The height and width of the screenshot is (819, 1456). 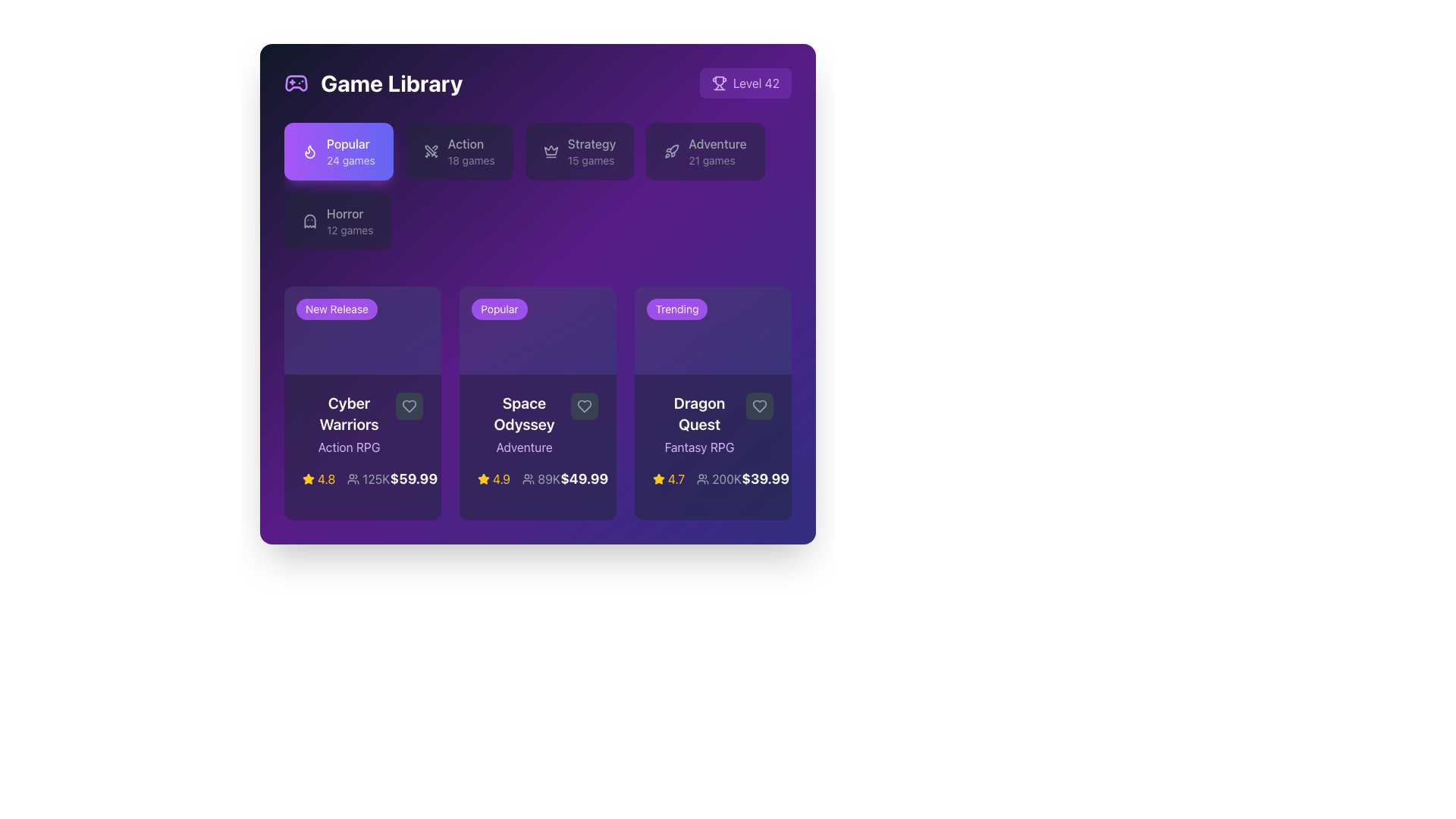 I want to click on the status display component featuring a trophy icon and the text 'Level 42', so click(x=745, y=83).